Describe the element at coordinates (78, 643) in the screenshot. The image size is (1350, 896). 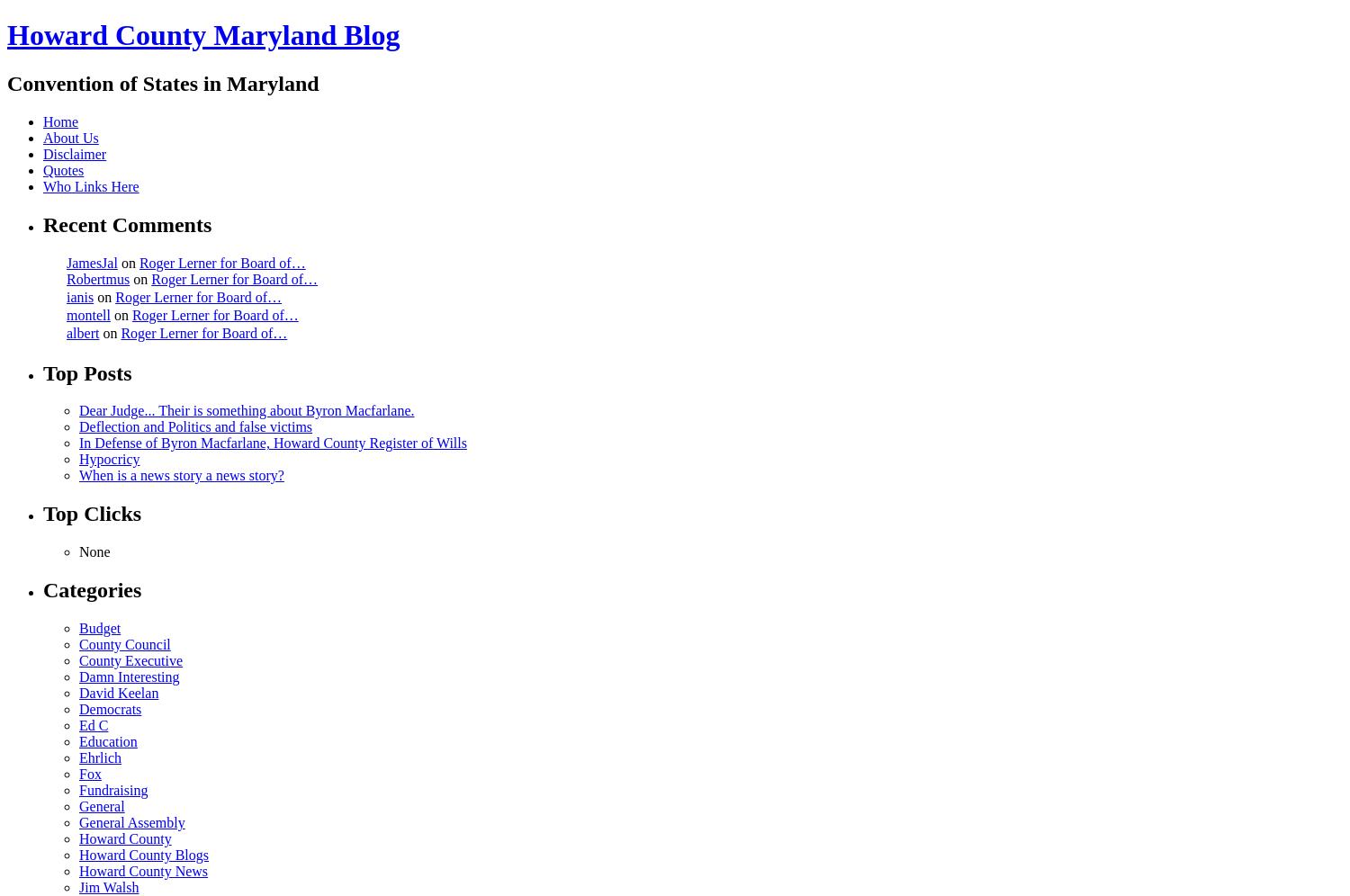
I see `'County Council'` at that location.